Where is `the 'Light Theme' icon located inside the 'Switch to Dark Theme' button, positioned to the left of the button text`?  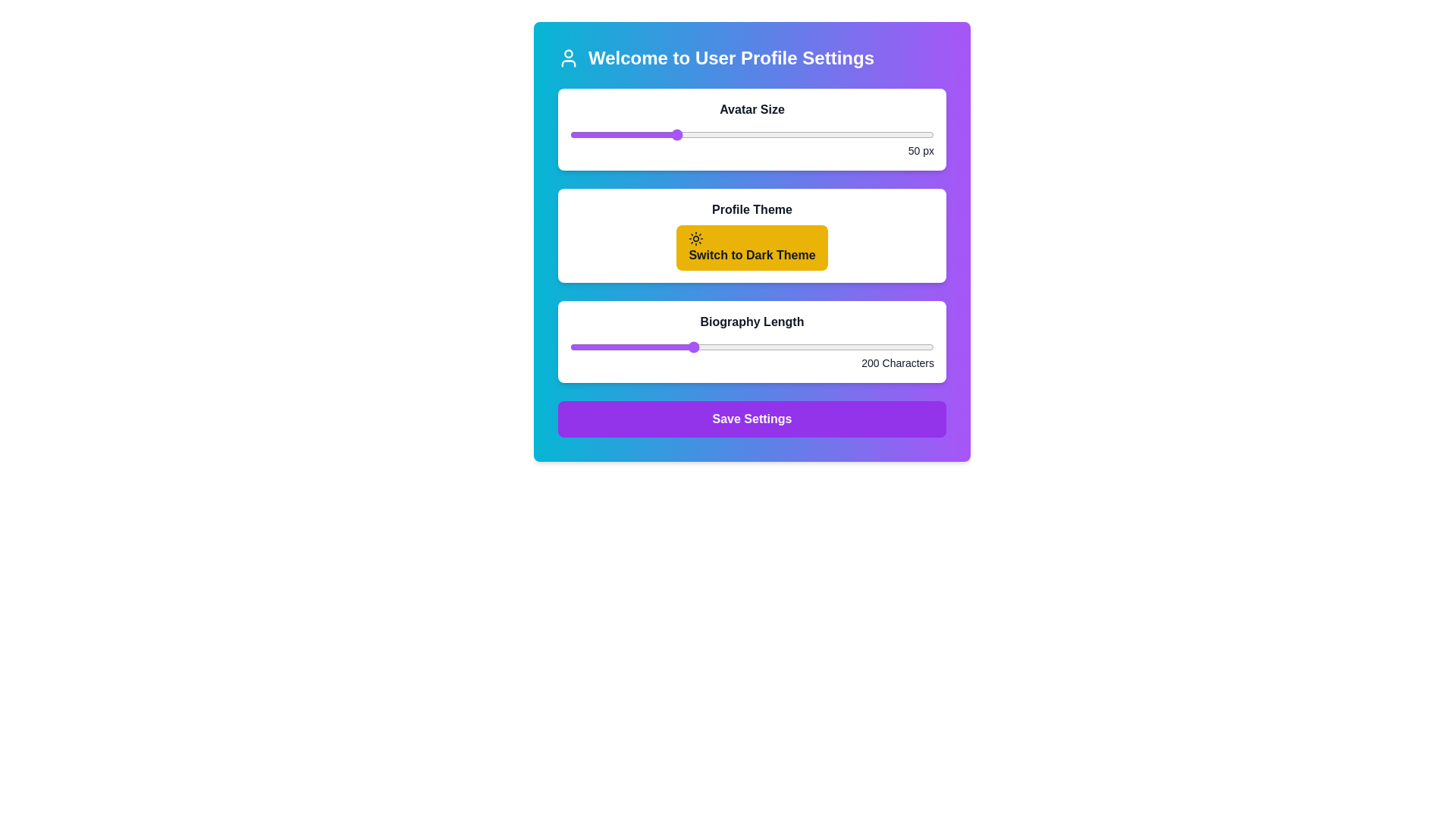 the 'Light Theme' icon located inside the 'Switch to Dark Theme' button, positioned to the left of the button text is located at coordinates (695, 239).